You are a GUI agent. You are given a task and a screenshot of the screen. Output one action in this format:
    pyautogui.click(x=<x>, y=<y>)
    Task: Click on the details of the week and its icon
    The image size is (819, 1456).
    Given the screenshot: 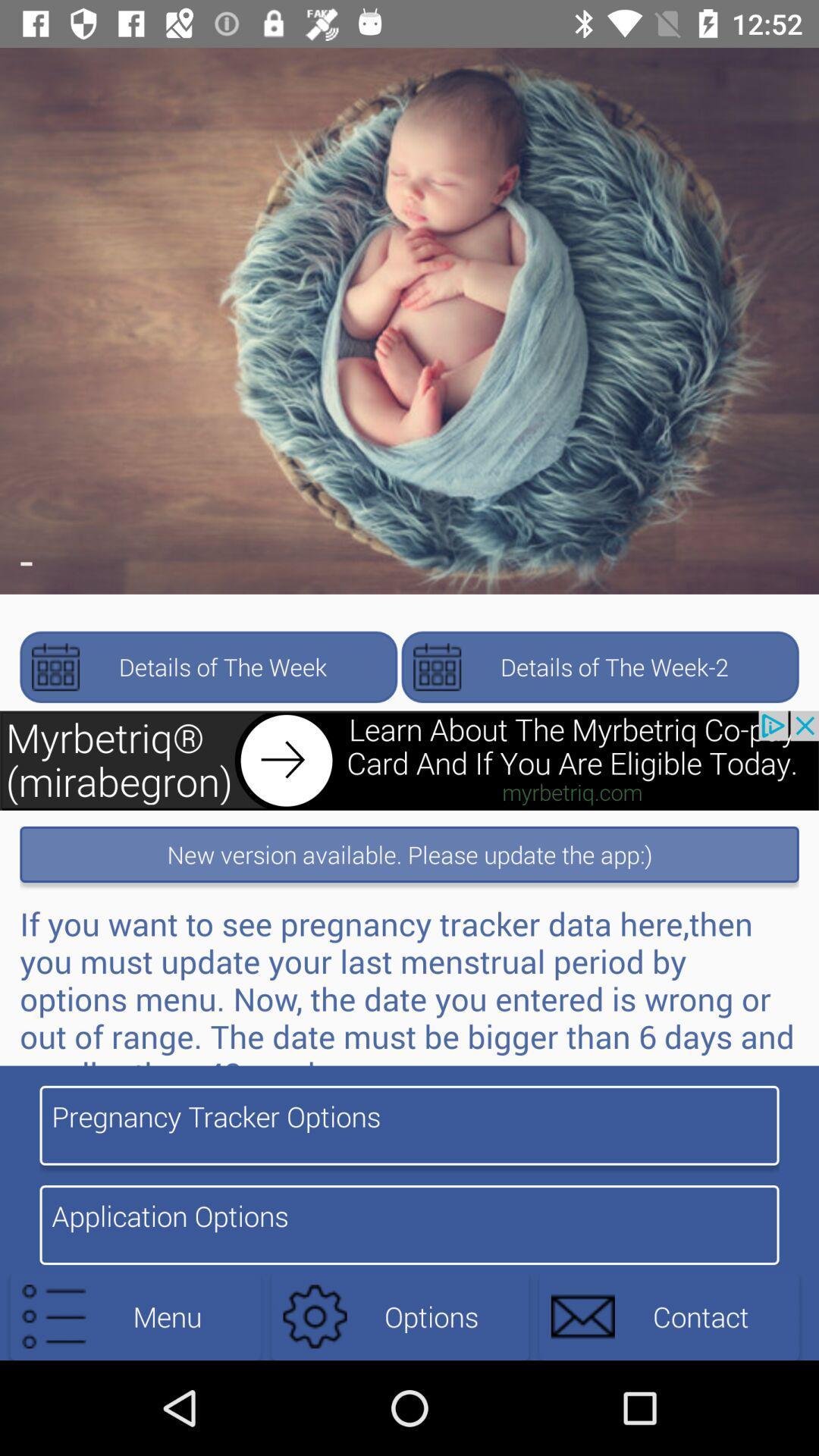 What is the action you would take?
    pyautogui.click(x=208, y=667)
    